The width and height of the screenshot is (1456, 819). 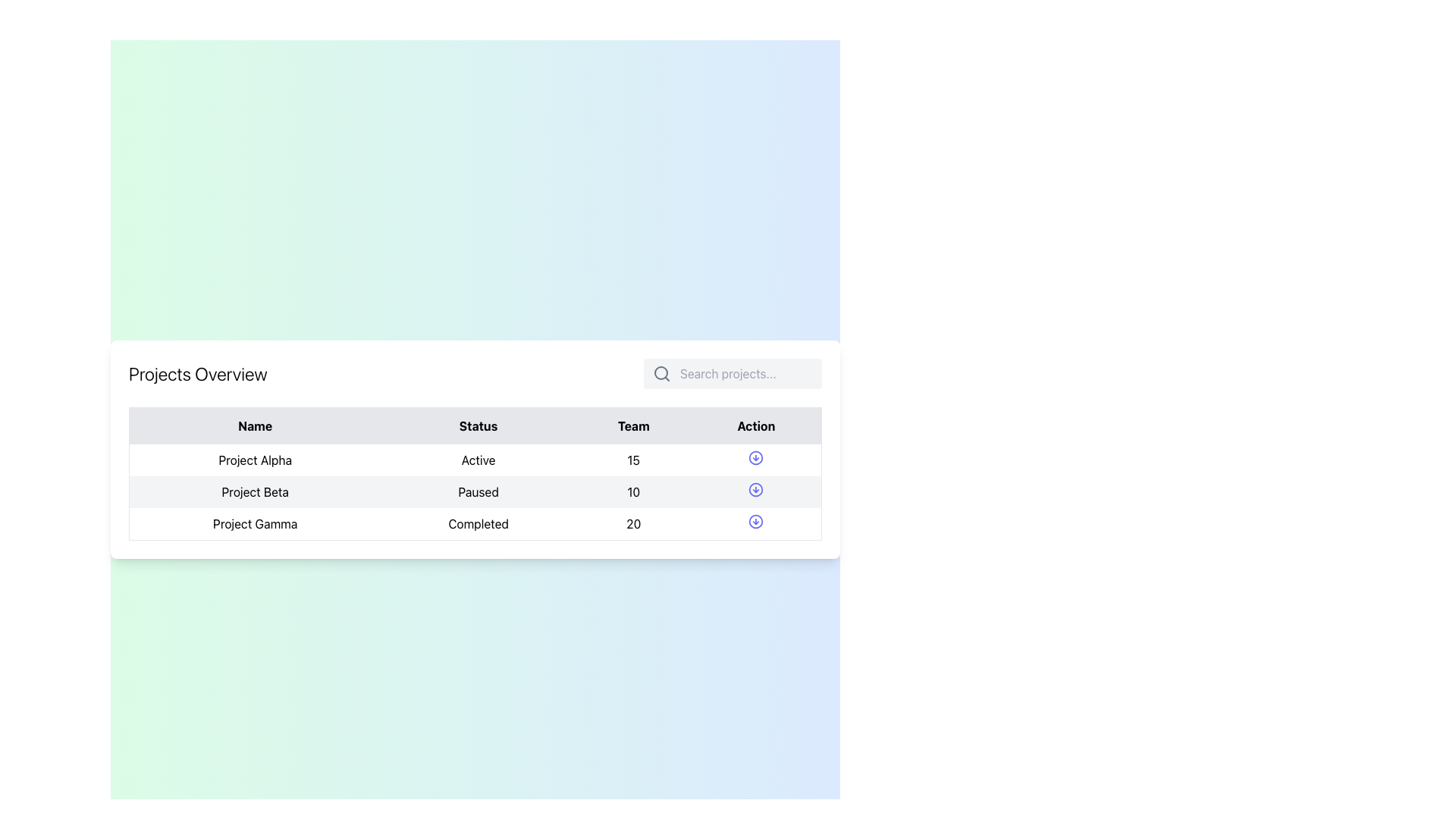 I want to click on the text label that displays the numerical value indicating the team count for the corresponding project in the table, which is located in the 'Team' column of the first row, so click(x=633, y=459).